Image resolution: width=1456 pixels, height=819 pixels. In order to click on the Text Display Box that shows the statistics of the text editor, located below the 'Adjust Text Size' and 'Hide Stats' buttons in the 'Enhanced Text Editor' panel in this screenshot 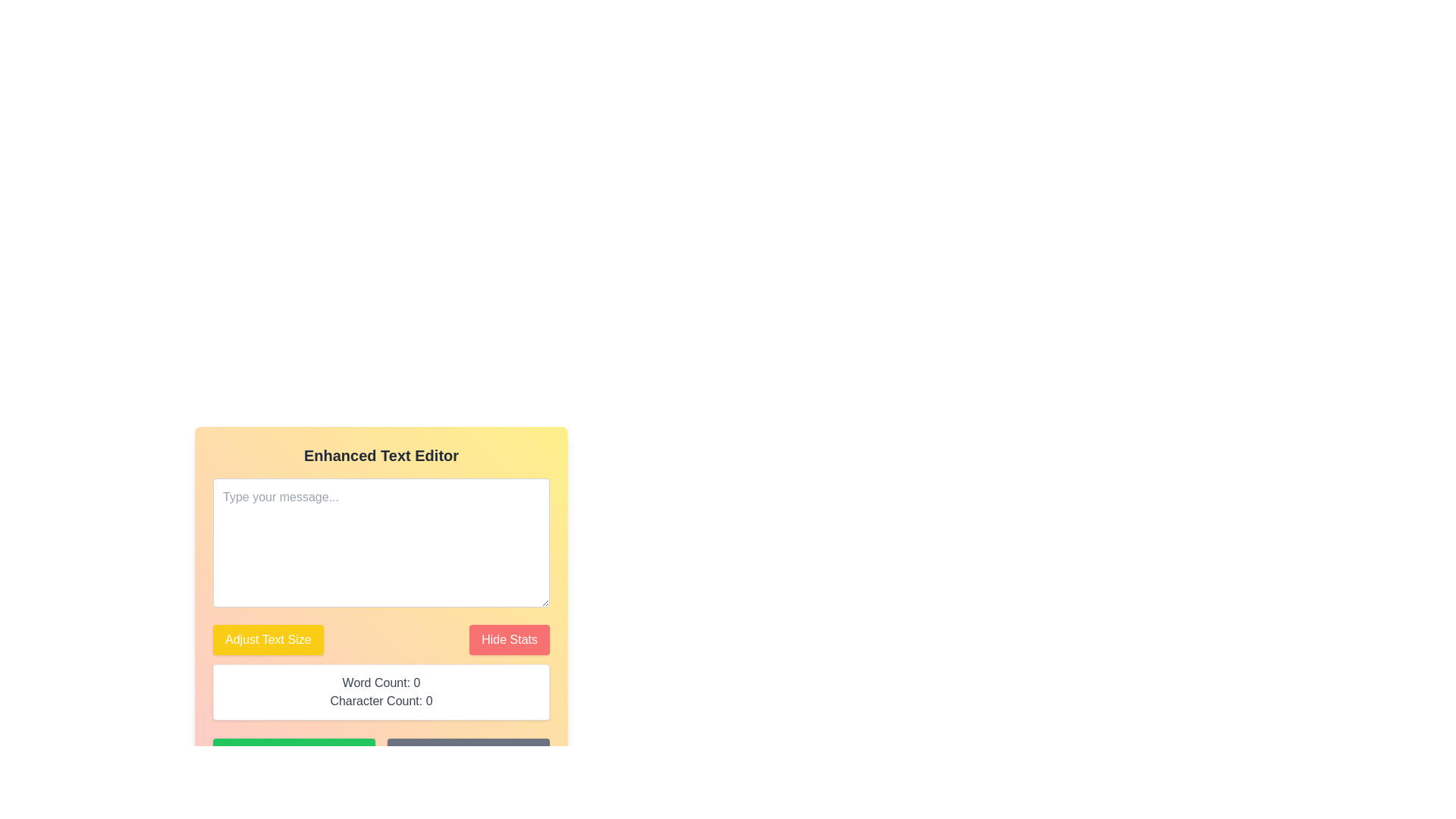, I will do `click(381, 692)`.